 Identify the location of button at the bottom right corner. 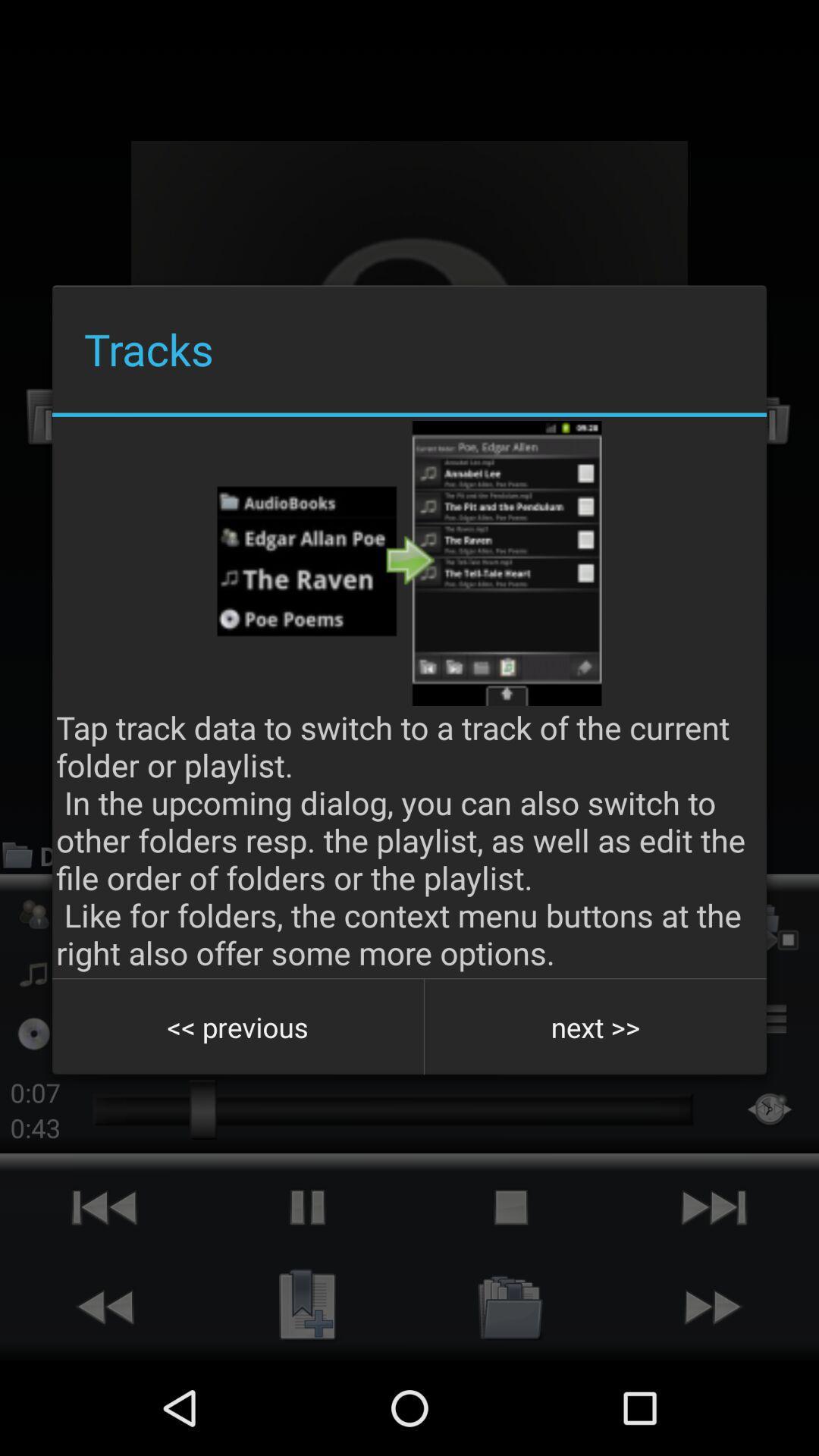
(595, 1027).